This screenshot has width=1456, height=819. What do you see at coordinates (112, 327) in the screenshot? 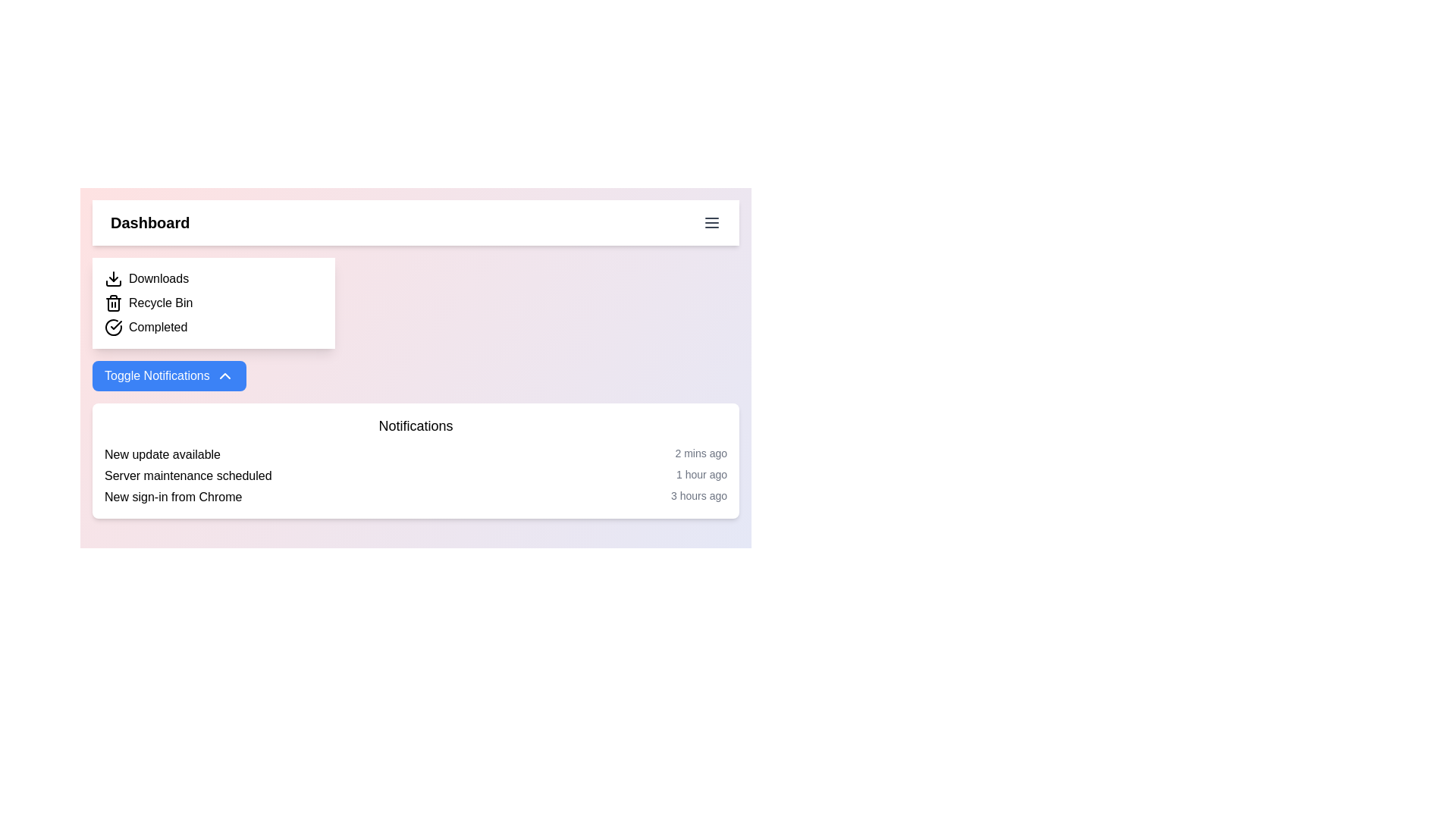
I see `the 'completed' state icon located in the 'Dashboard' menu dropdown, which is the third item in the vertical list next to the 'Completed' text label` at bounding box center [112, 327].